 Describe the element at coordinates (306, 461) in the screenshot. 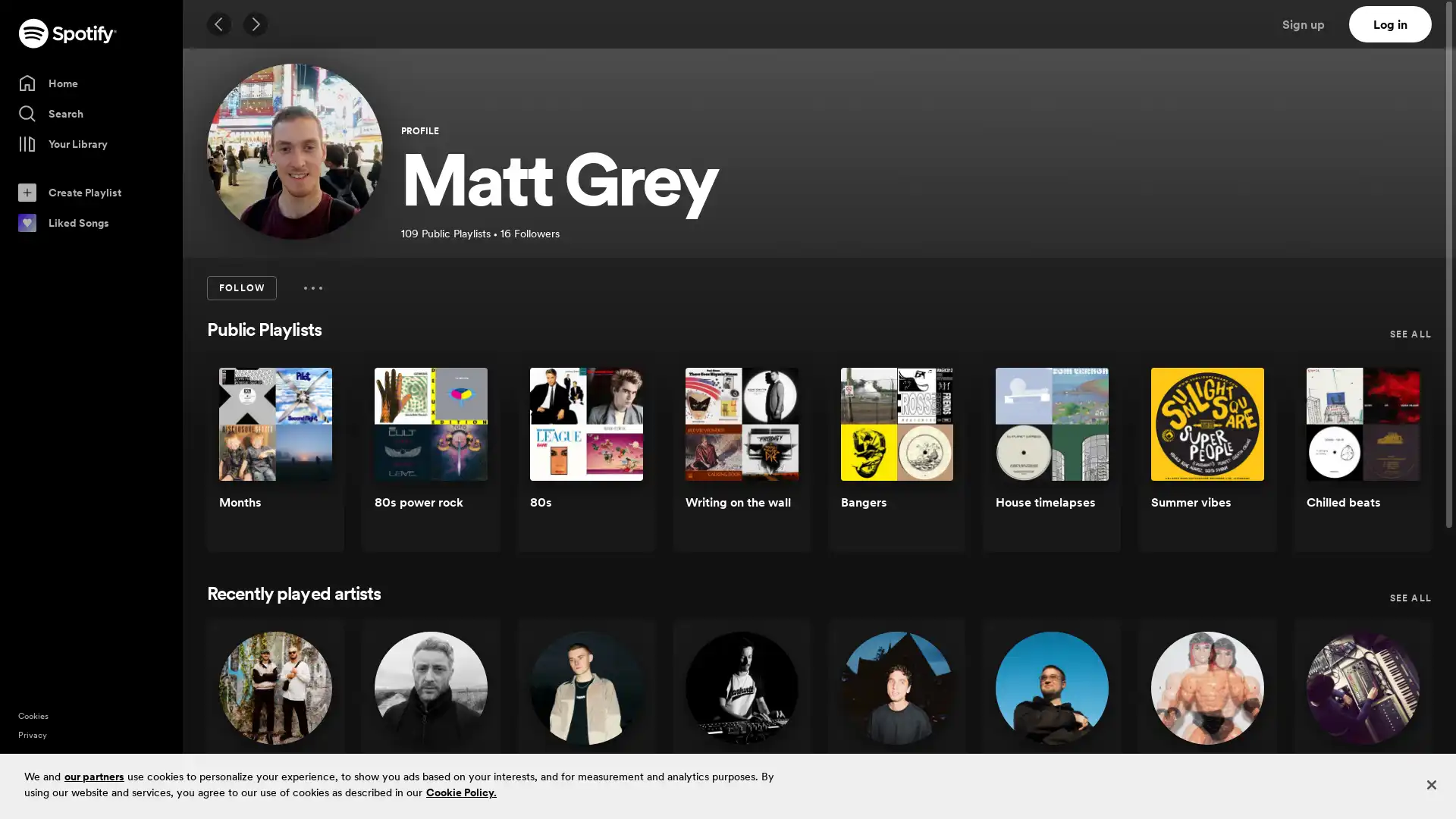

I see `Play Months` at that location.